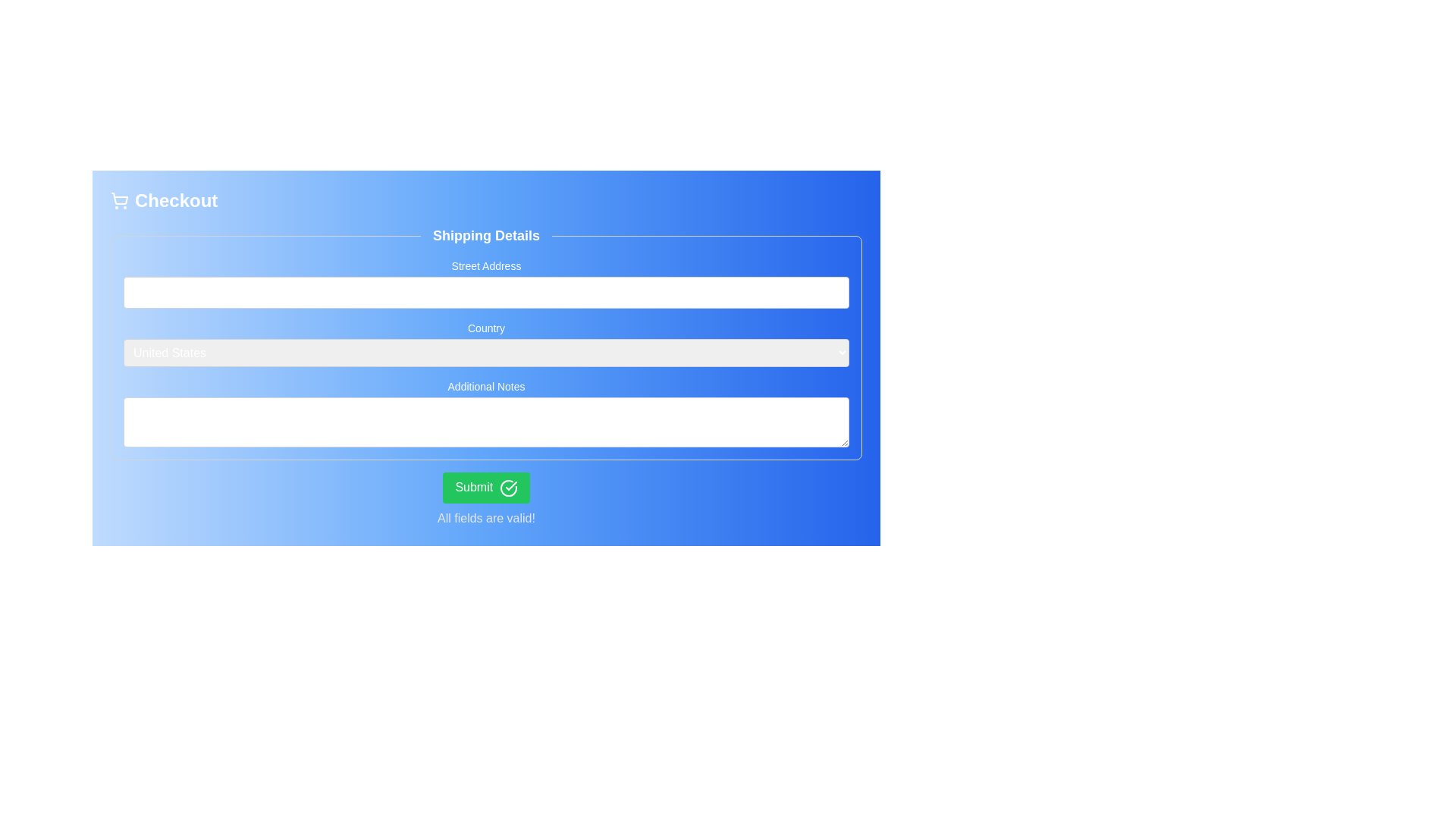 The width and height of the screenshot is (1456, 819). Describe the element at coordinates (486, 265) in the screenshot. I see `the Text Label that indicates the input field for entering the street address, located above the corresponding input field in the Shipping Details form` at that location.